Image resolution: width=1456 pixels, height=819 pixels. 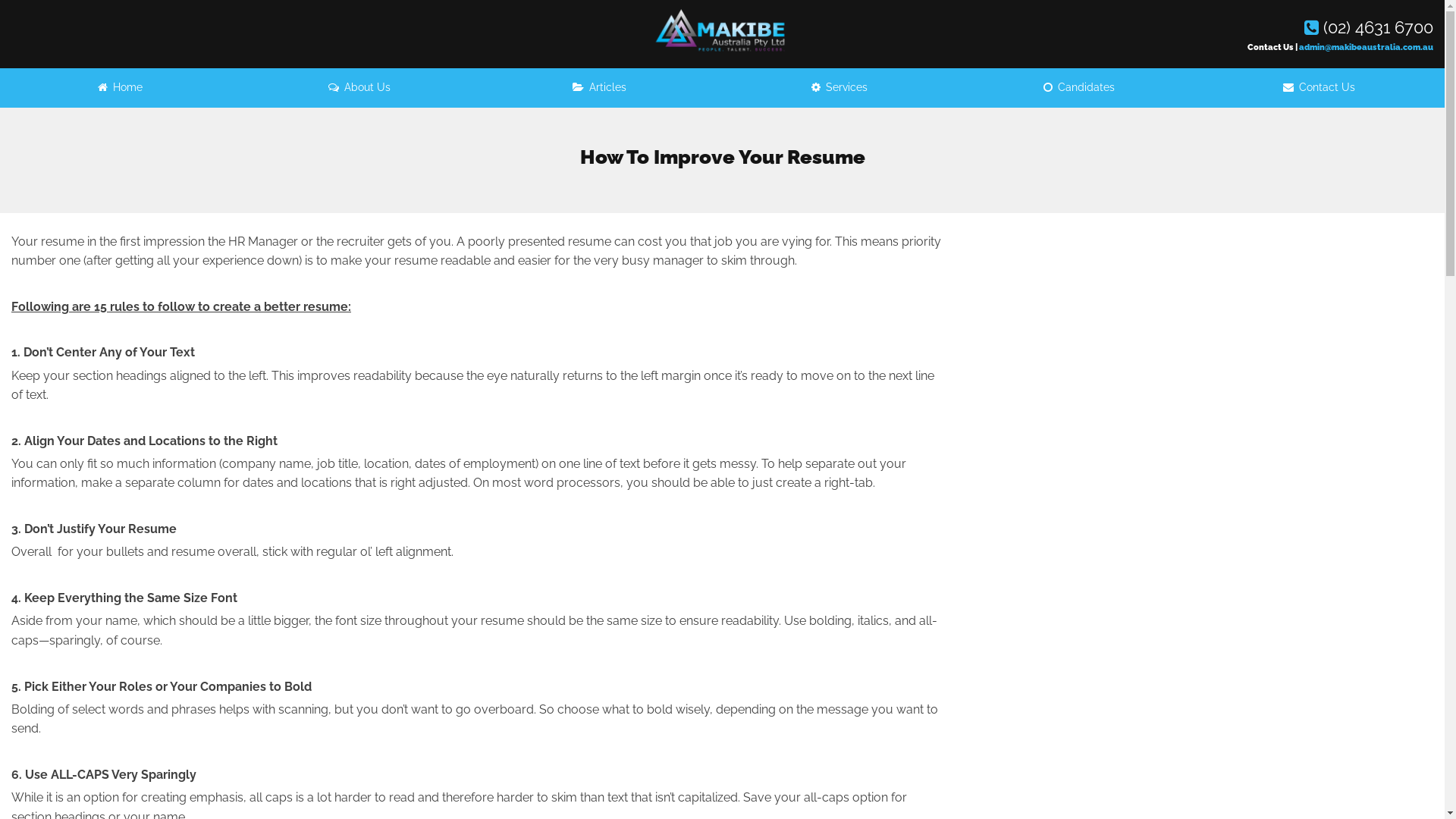 What do you see at coordinates (839, 87) in the screenshot?
I see `'Services'` at bounding box center [839, 87].